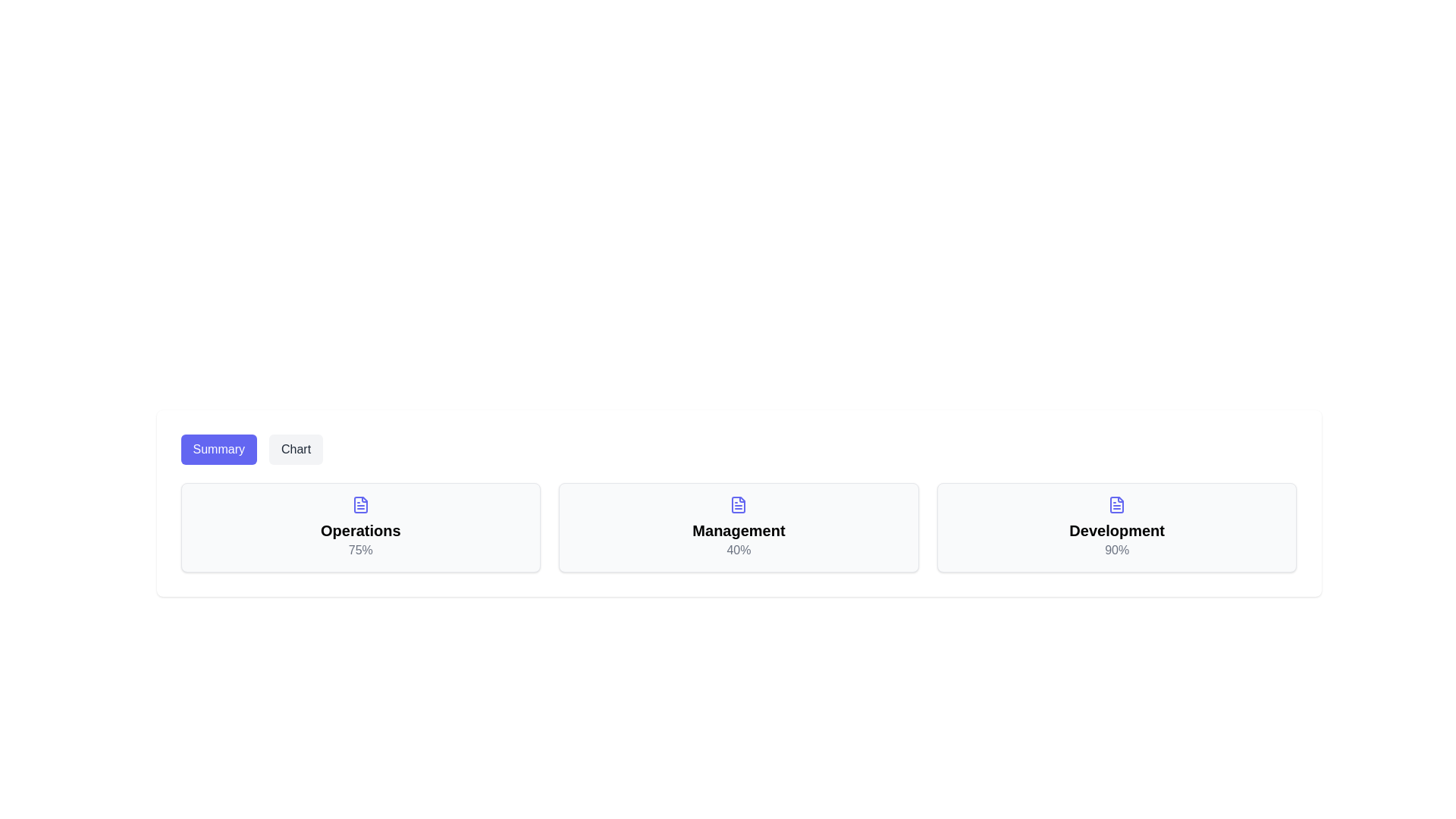 Image resolution: width=1456 pixels, height=819 pixels. I want to click on the button located to the immediate right of the 'Summary' button, which navigates users to a section related to charts or data visualization, so click(296, 449).